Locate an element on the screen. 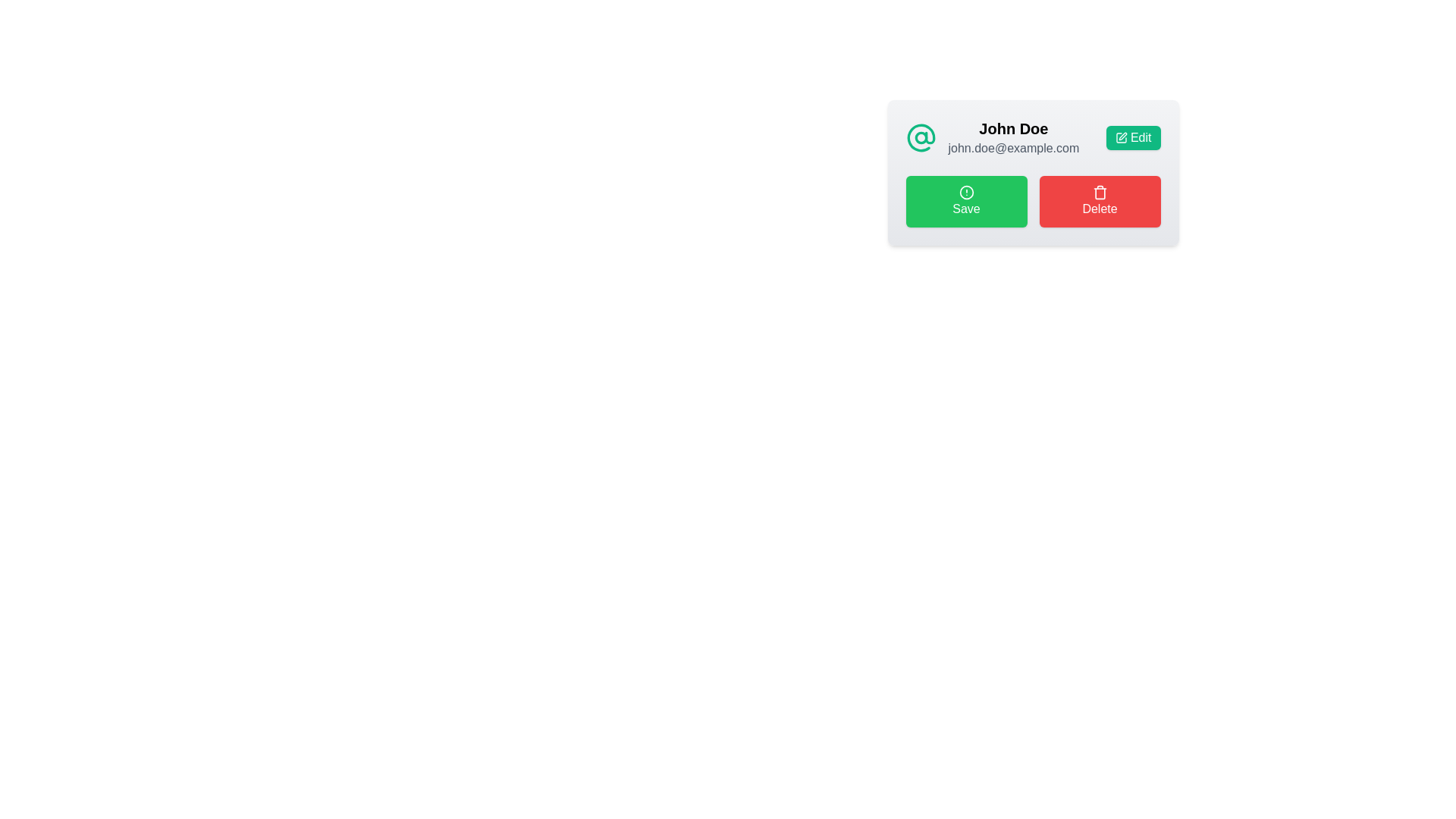  the center section of the trash can icon representing the 'Delete' button is located at coordinates (1100, 193).